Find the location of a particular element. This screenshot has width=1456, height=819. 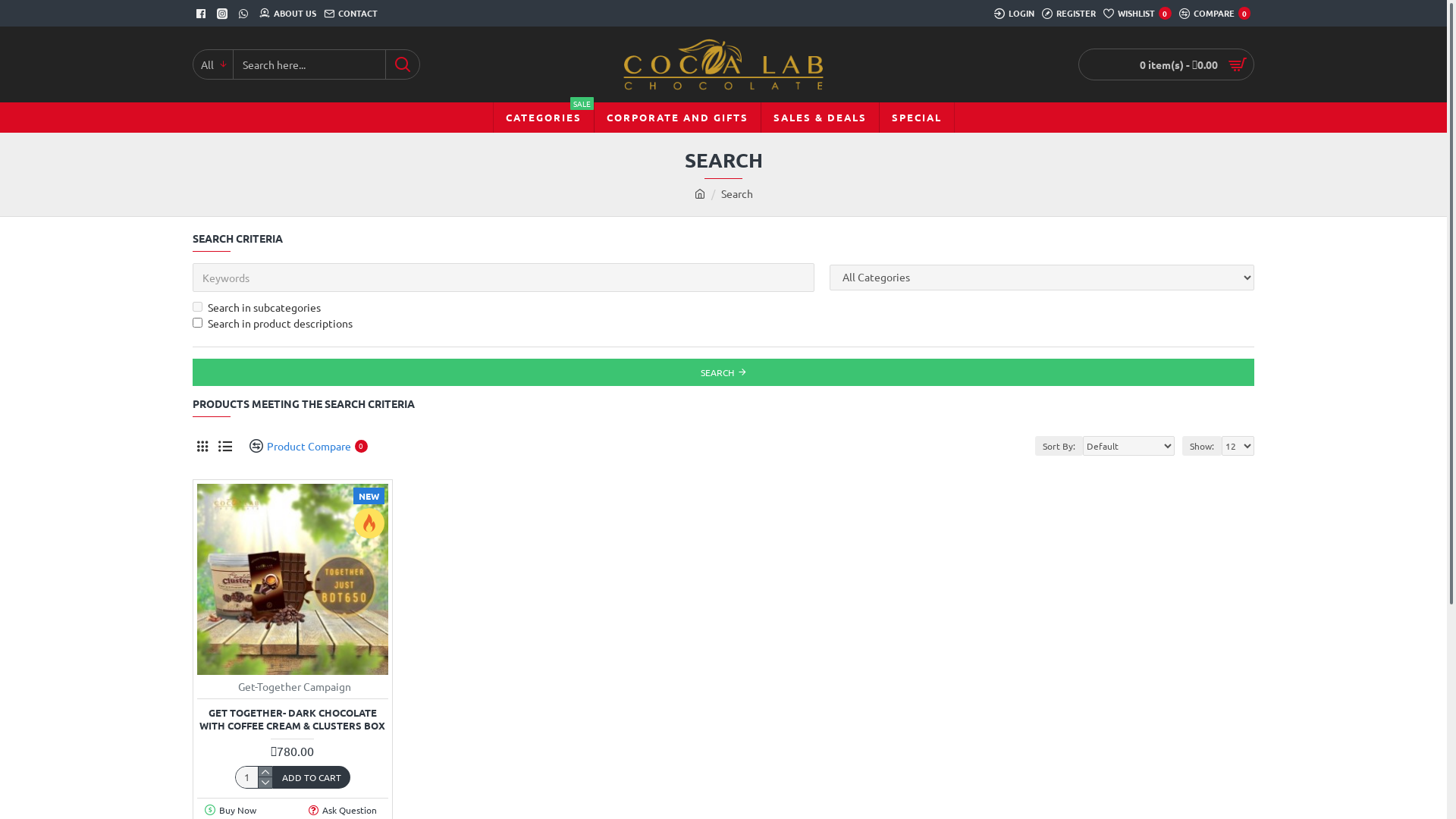

'CATEGORIES is located at coordinates (542, 116).